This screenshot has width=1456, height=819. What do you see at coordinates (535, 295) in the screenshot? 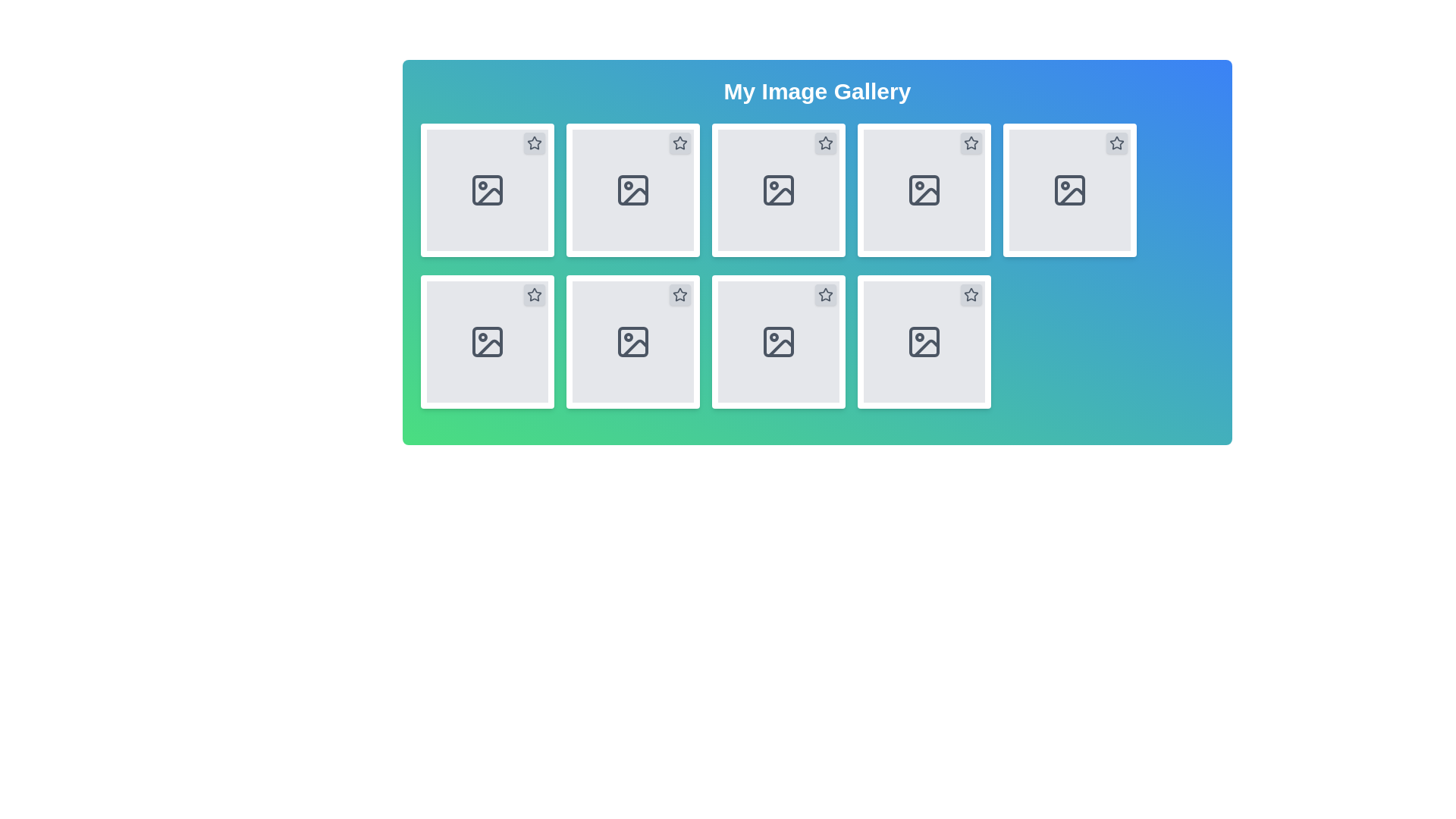
I see `the star-shaped icon button located at the top-right corner of the bottom-left image in the grid layout` at bounding box center [535, 295].